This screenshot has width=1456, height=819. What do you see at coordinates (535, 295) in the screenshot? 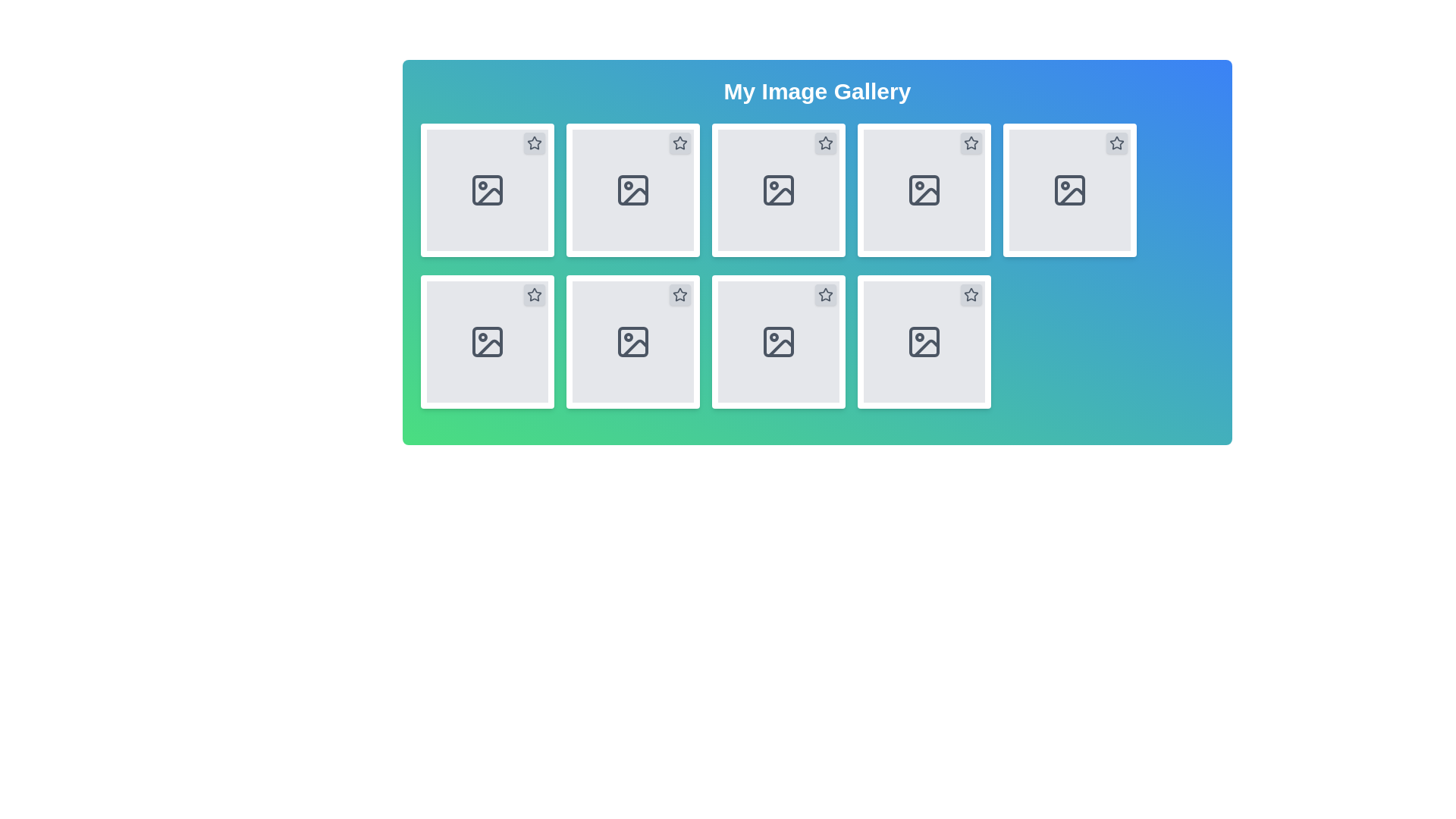
I see `the star-shaped icon button located at the top-right corner of the bottom-left image in the grid layout` at bounding box center [535, 295].